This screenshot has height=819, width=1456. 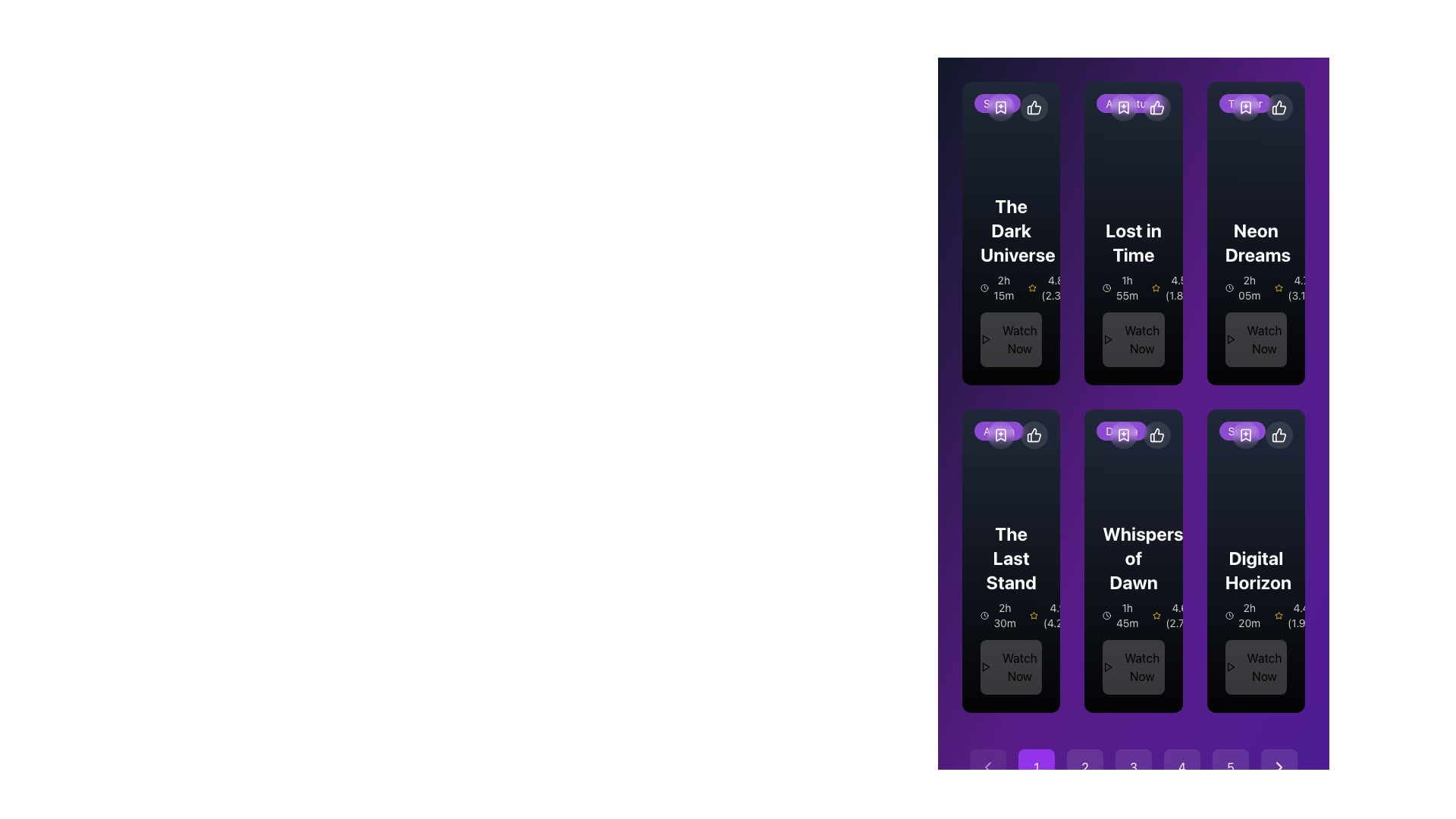 I want to click on the small bubble-like button labeled 'Action' with a purple background and white text, located at the top-left corner inside the card labeled 'The Last Stand', so click(x=999, y=430).